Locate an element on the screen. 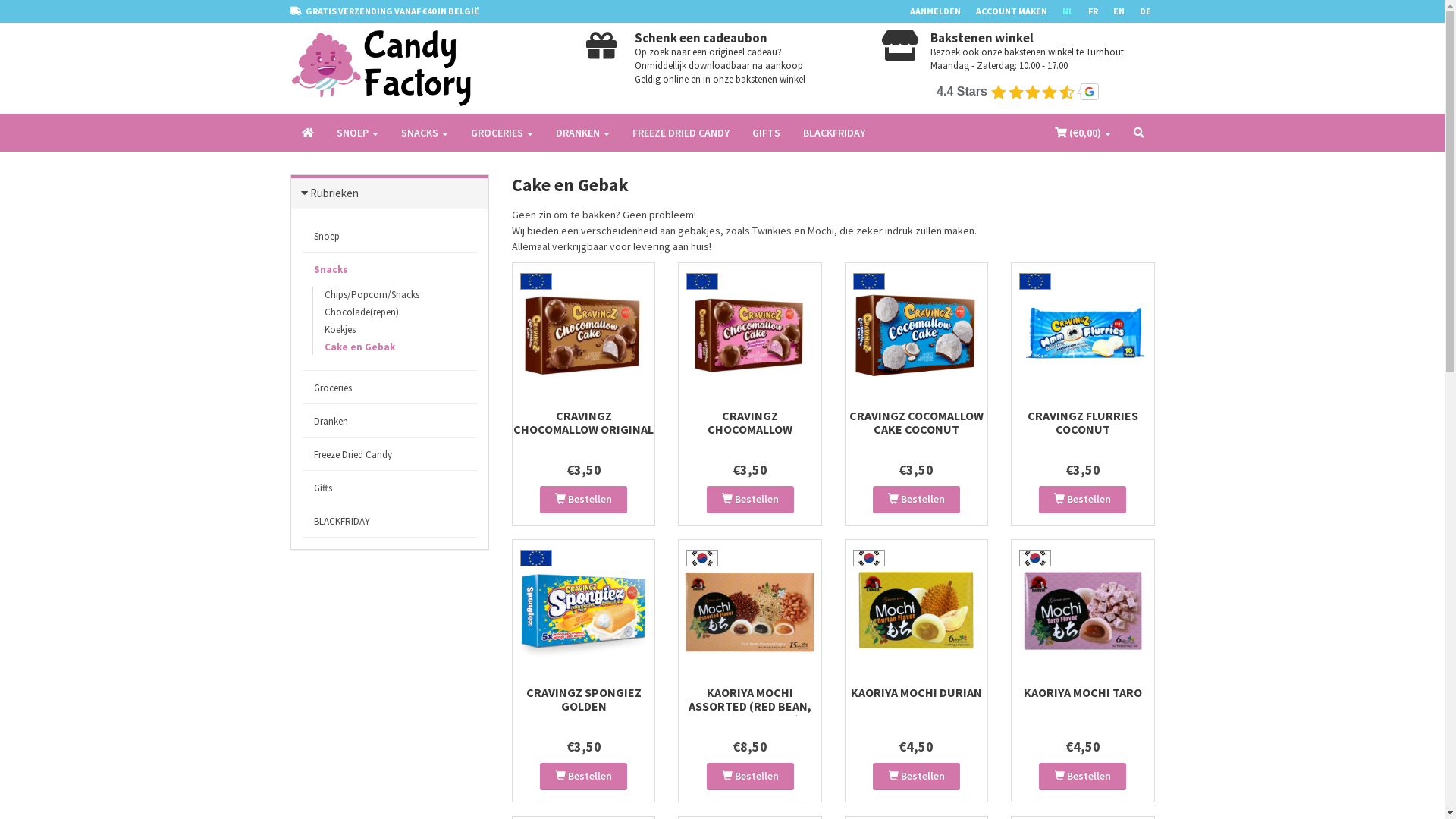 This screenshot has height=819, width=1456. 'DRANKEN' is located at coordinates (582, 131).